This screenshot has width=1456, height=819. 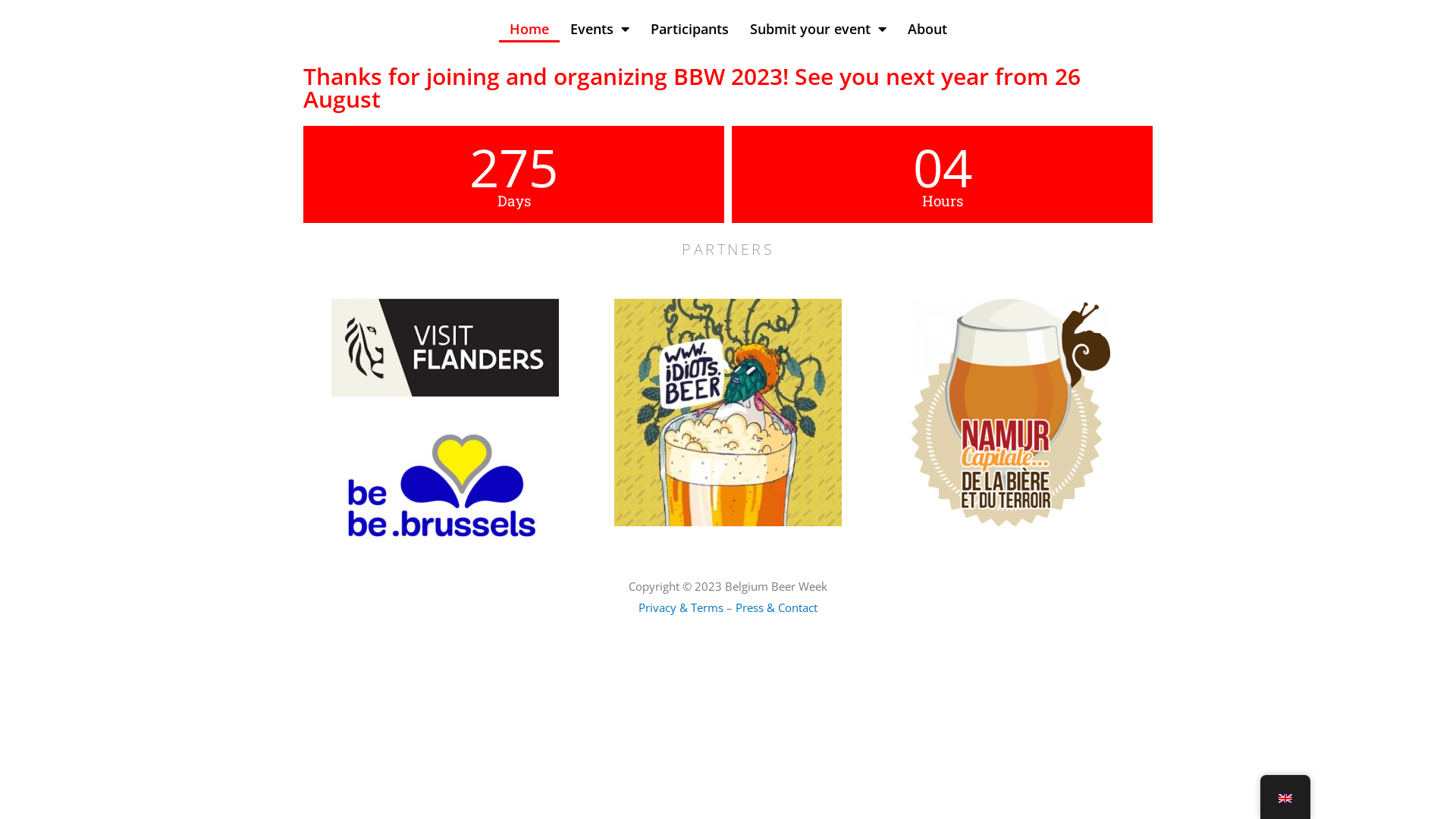 I want to click on 'Press & Contact', so click(x=776, y=607).